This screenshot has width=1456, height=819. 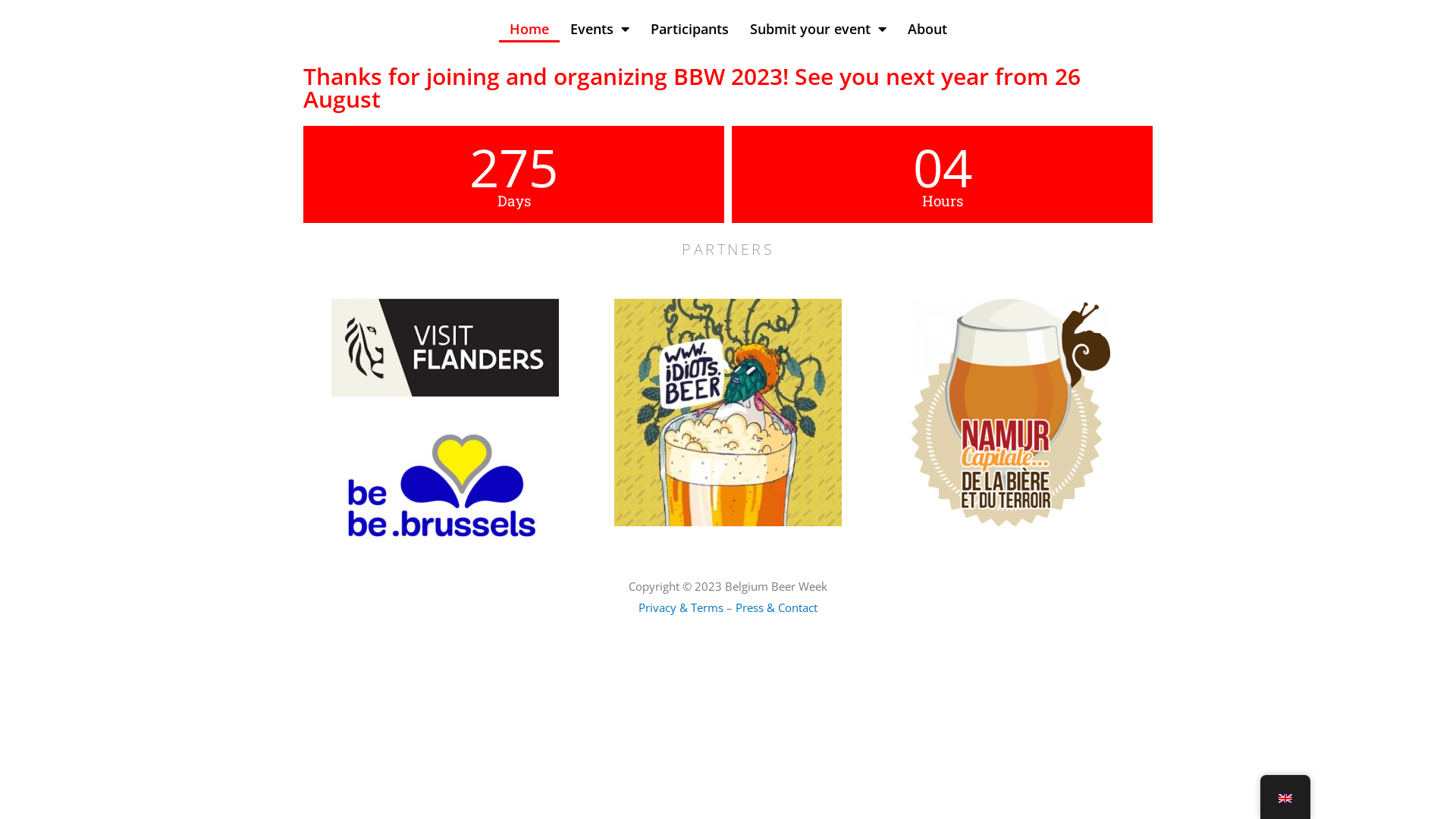 I want to click on 'Press & Contact', so click(x=776, y=607).